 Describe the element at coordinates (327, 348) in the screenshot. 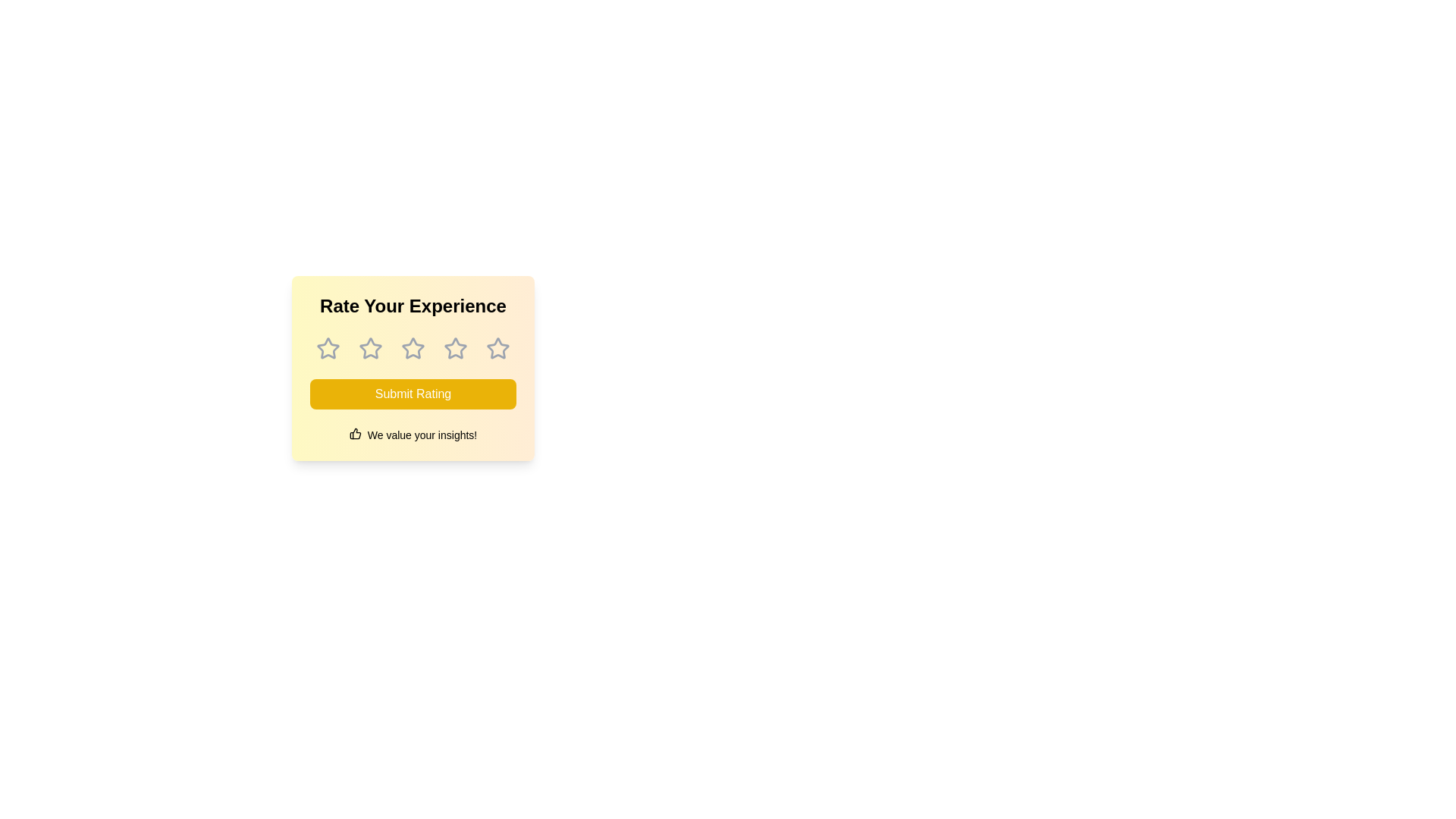

I see `the first interactive star icon in the five-star rating bar located below the 'Rate Your Experience' header` at that location.